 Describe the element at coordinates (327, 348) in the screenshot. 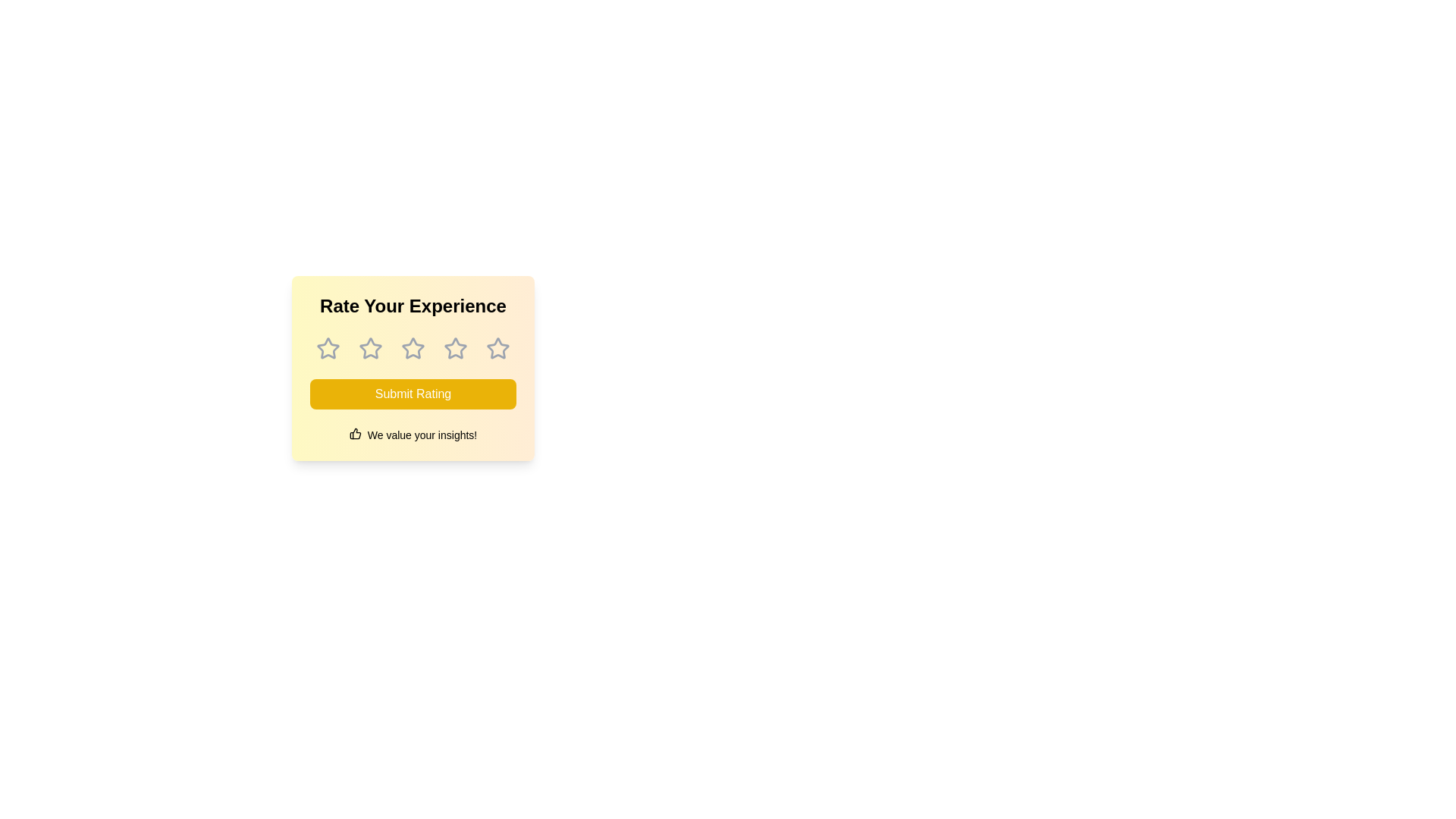

I see `the first interactive star icon in the five-star rating bar located below the 'Rate Your Experience' header` at that location.